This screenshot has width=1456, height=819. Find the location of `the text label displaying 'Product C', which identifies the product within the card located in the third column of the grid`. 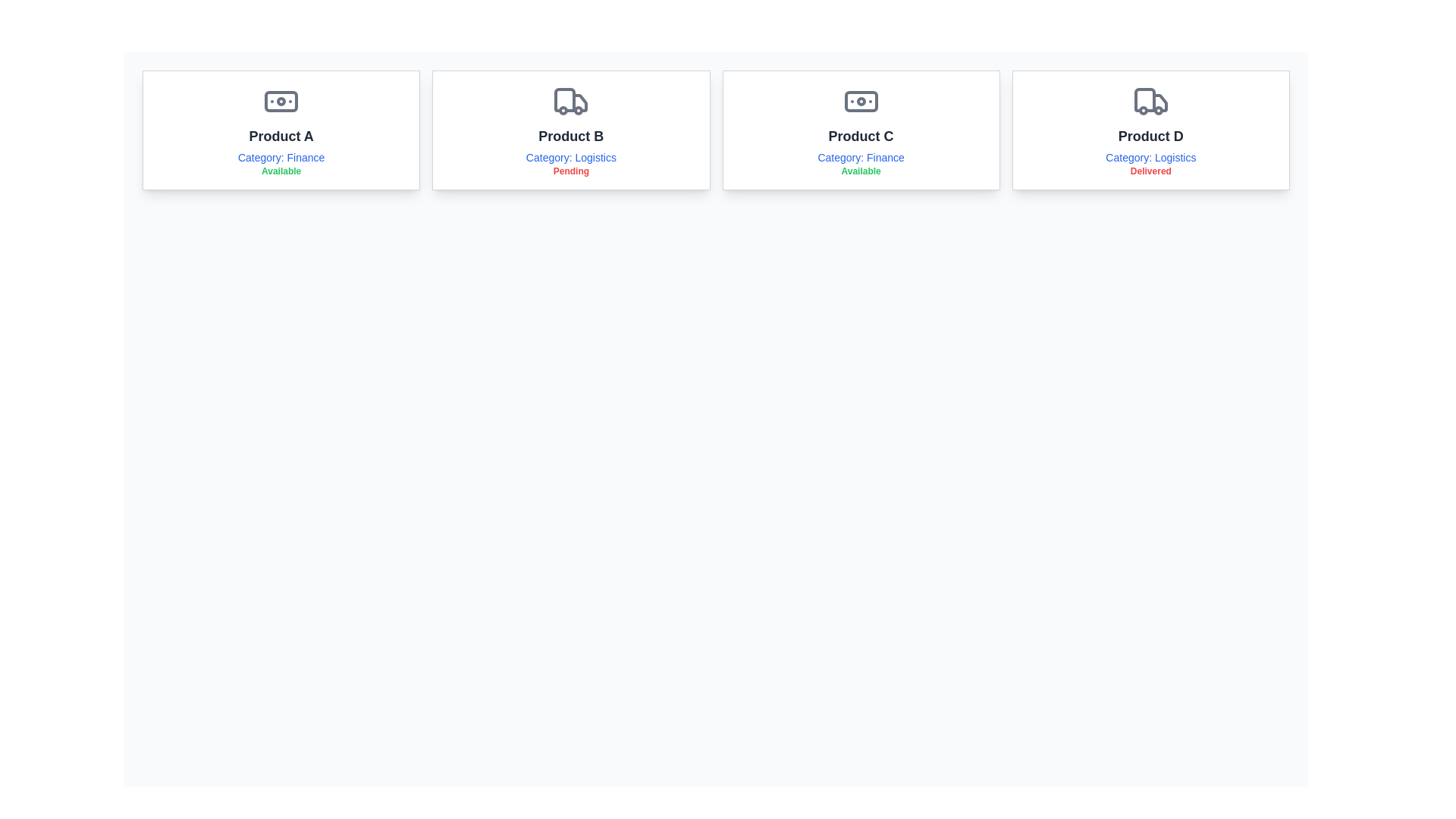

the text label displaying 'Product C', which identifies the product within the card located in the third column of the grid is located at coordinates (861, 136).